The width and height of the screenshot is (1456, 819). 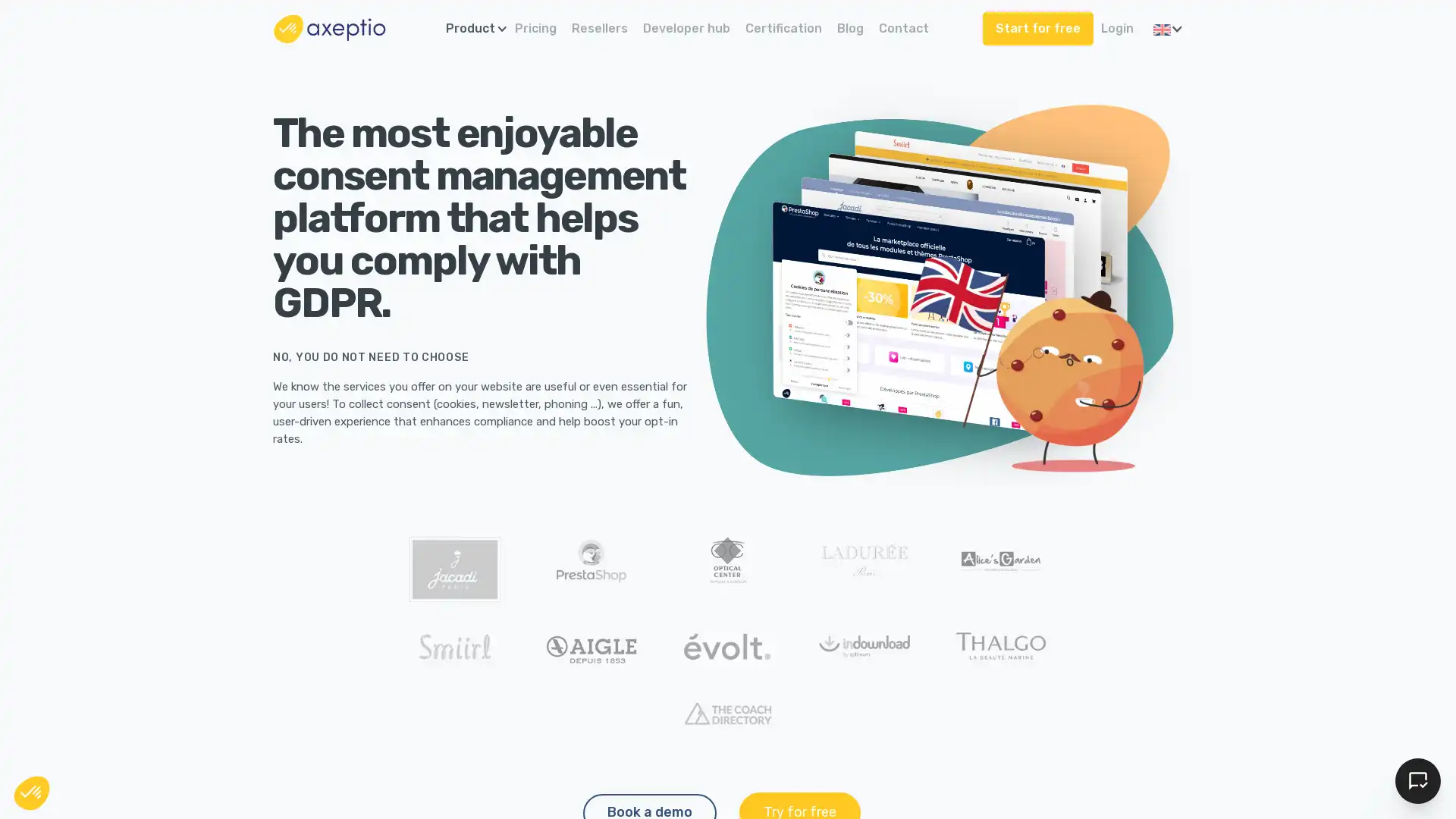 What do you see at coordinates (174, 735) in the screenshot?
I see `I want to choose` at bounding box center [174, 735].